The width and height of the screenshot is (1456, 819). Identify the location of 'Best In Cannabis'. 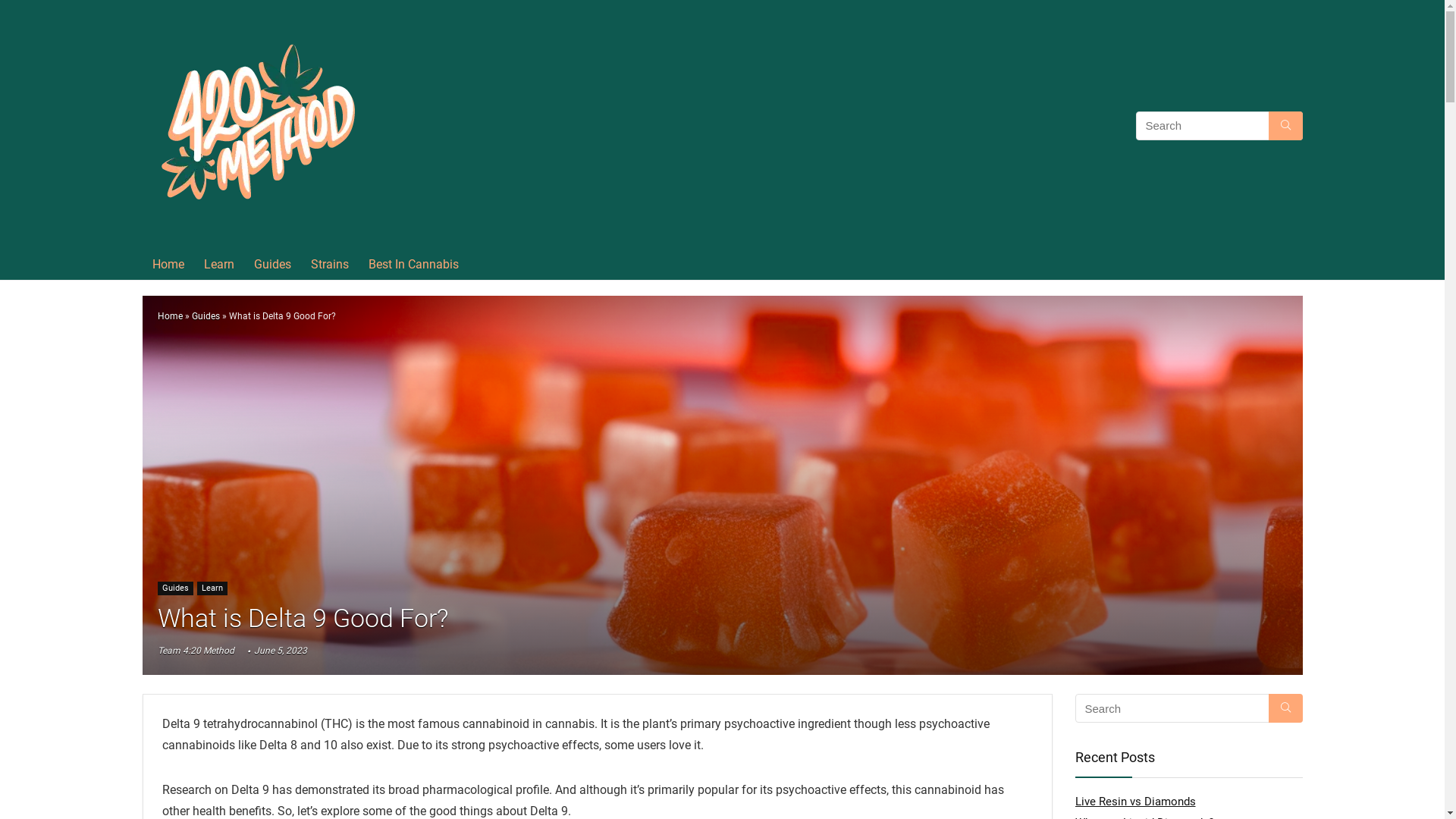
(356, 265).